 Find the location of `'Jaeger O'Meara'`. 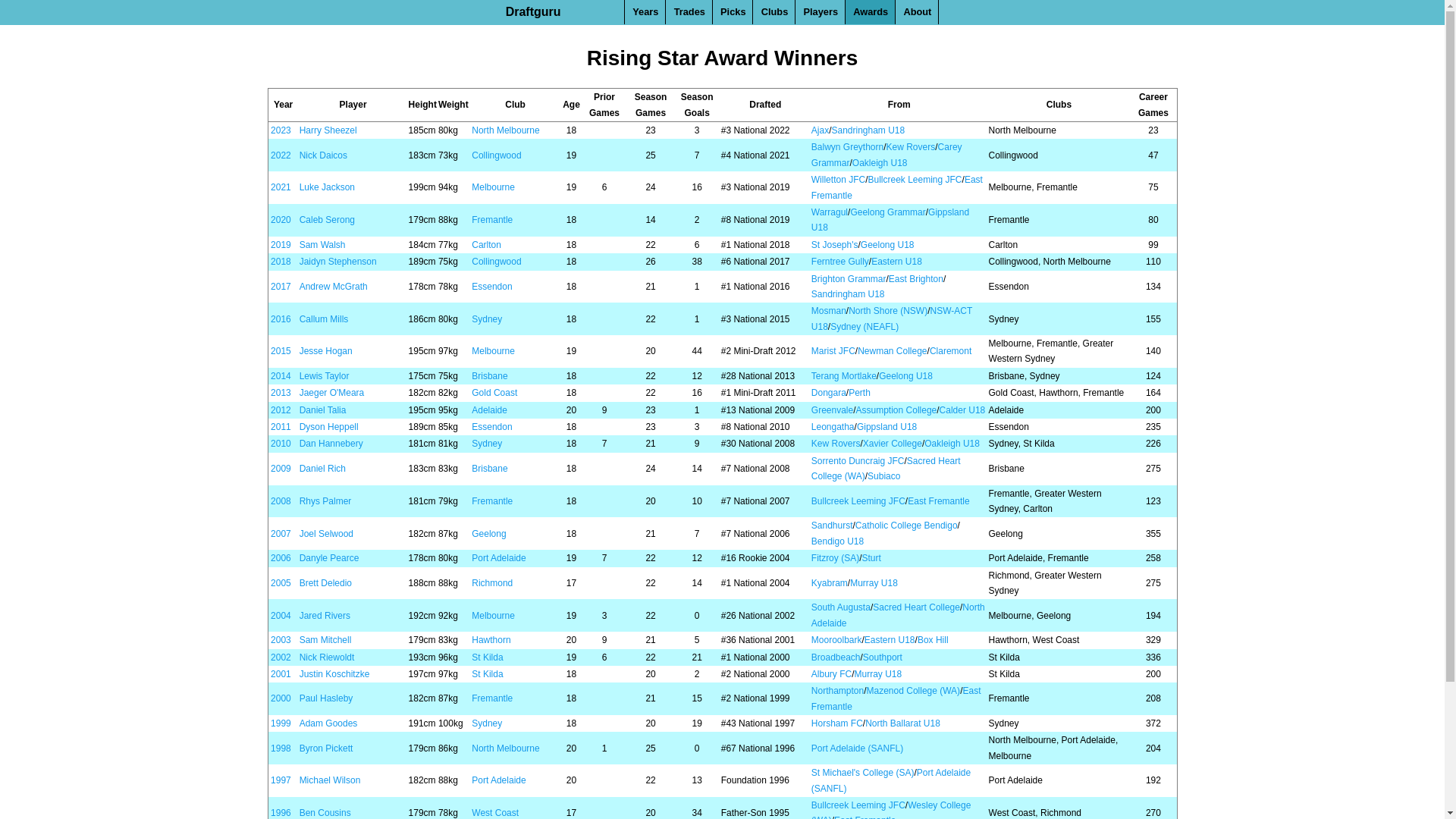

'Jaeger O'Meara' is located at coordinates (331, 391).